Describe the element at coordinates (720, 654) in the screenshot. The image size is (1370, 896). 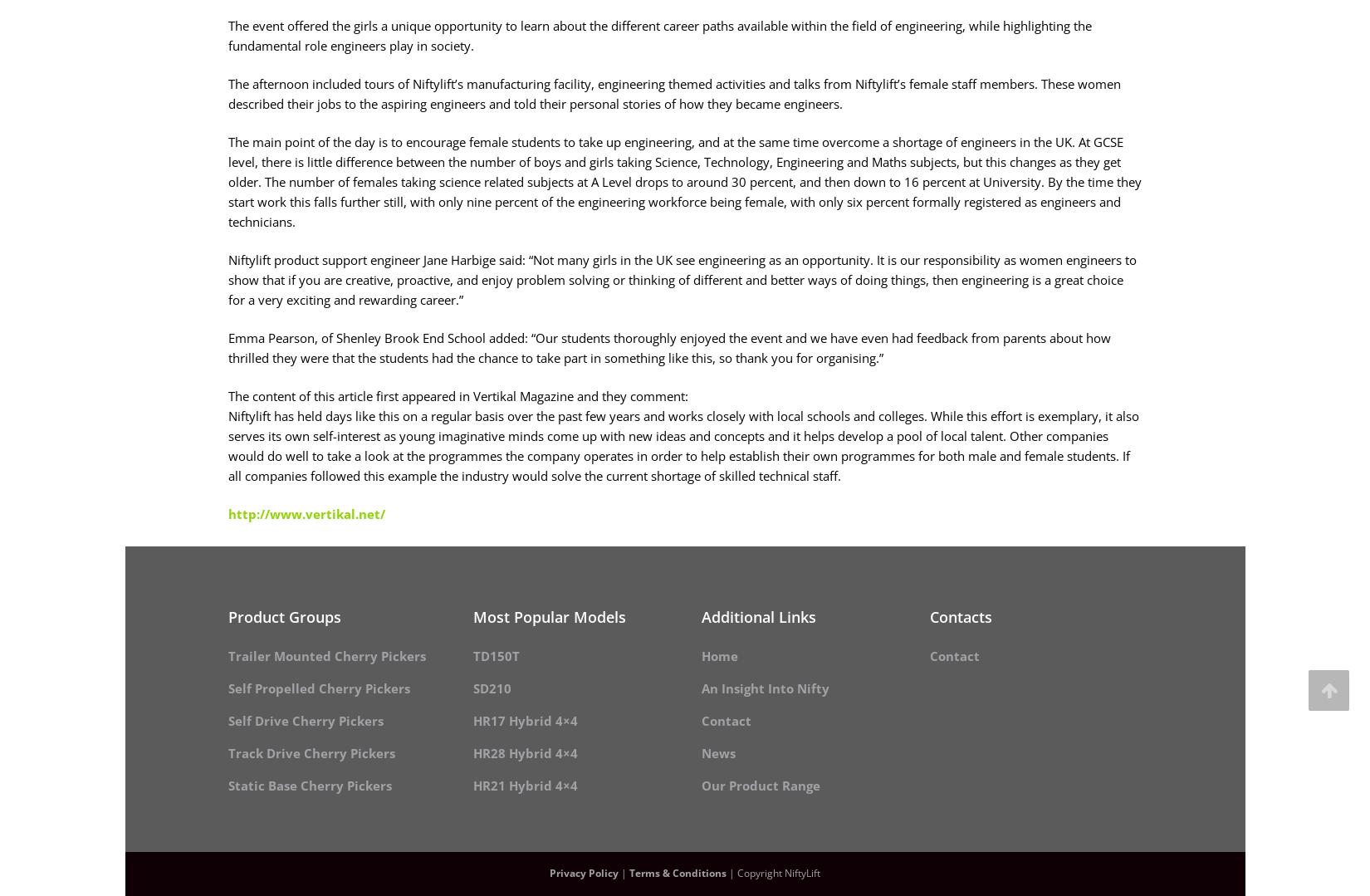
I see `'Home'` at that location.